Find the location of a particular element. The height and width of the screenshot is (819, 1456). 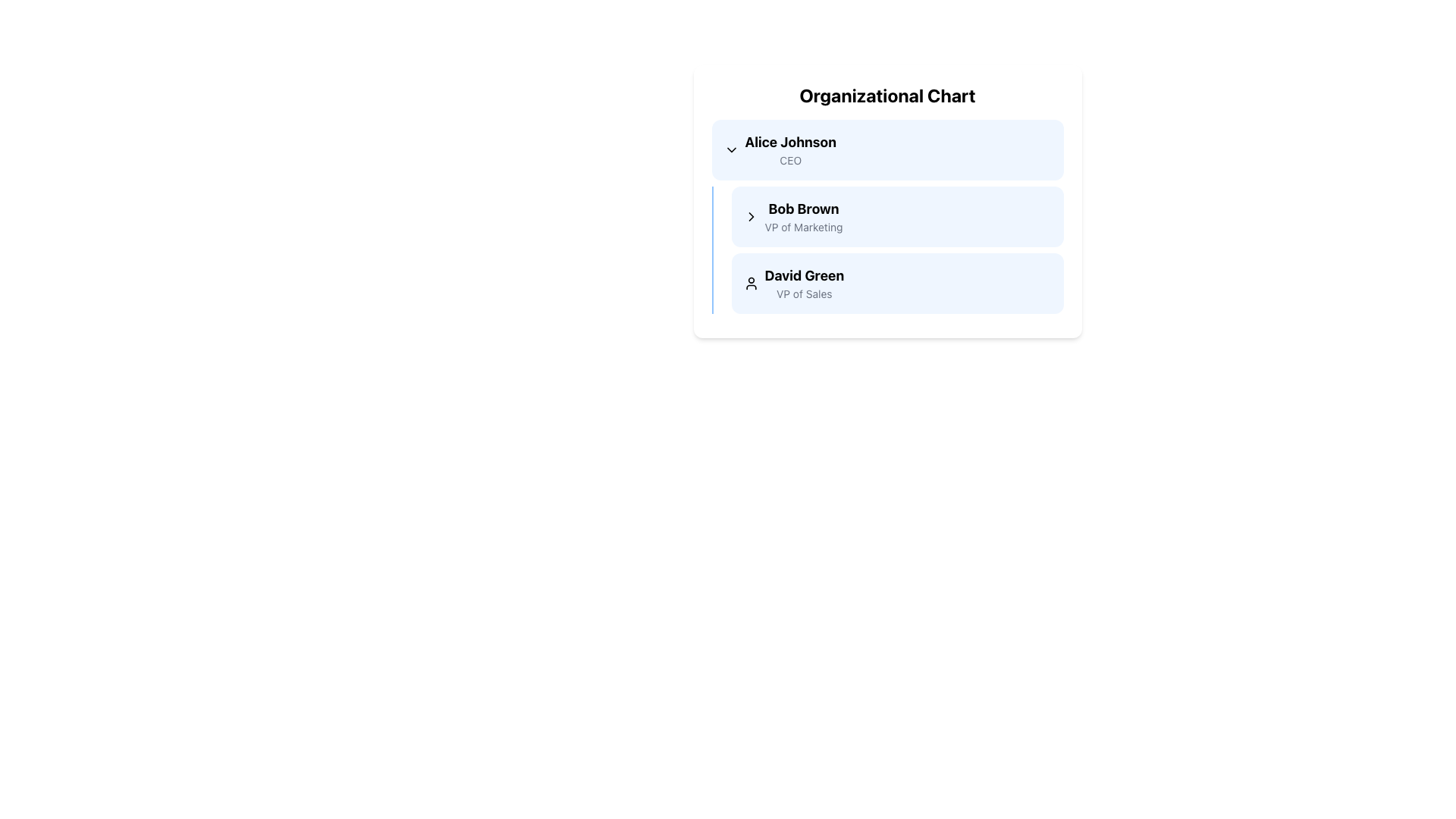

the second card displaying 'Bob Brown' with the title 'VP of Marketing' in the organizational chart is located at coordinates (887, 201).